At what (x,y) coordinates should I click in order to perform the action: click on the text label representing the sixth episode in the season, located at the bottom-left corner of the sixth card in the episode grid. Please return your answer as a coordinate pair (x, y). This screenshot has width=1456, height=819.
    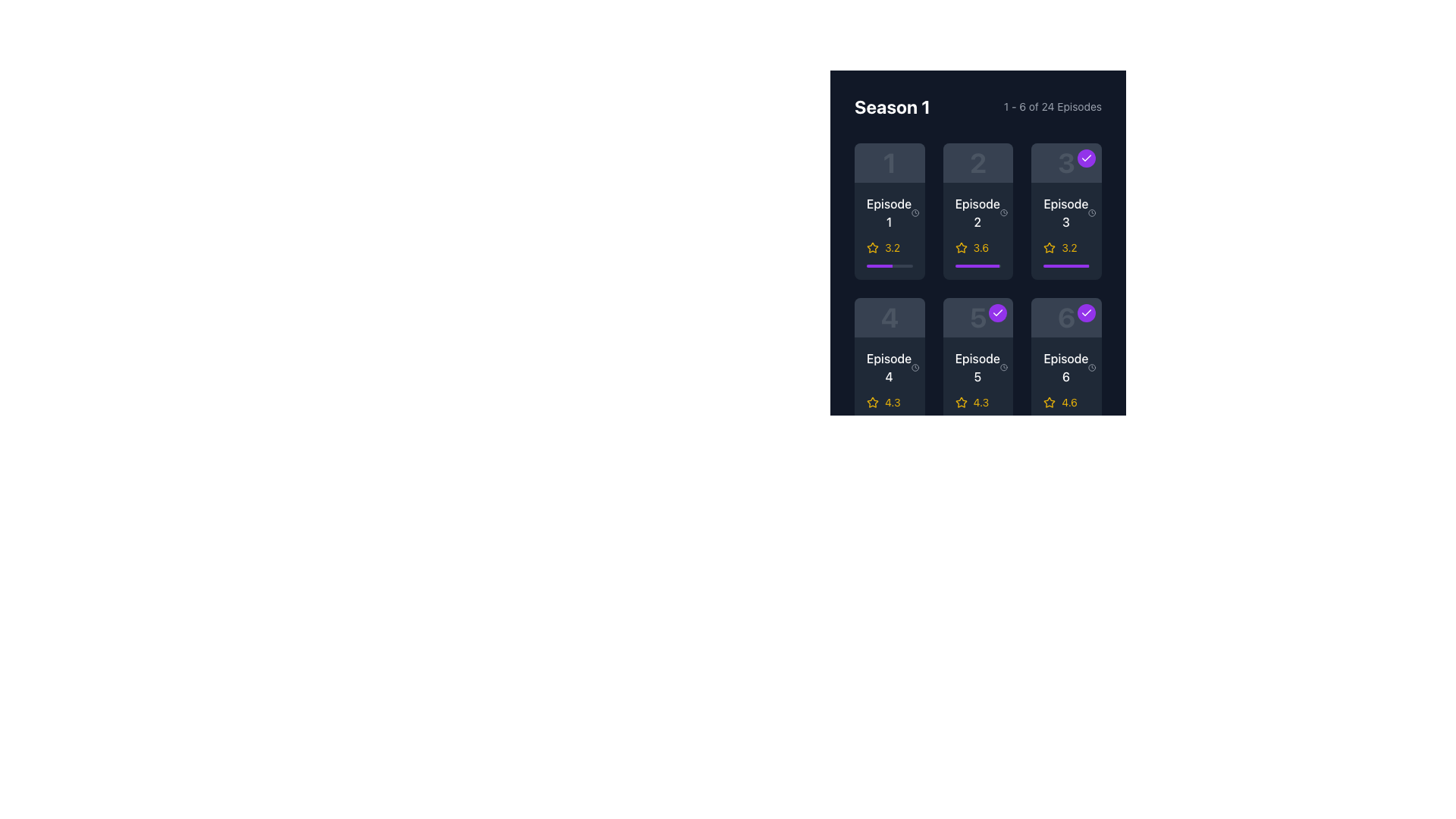
    Looking at the image, I should click on (1065, 368).